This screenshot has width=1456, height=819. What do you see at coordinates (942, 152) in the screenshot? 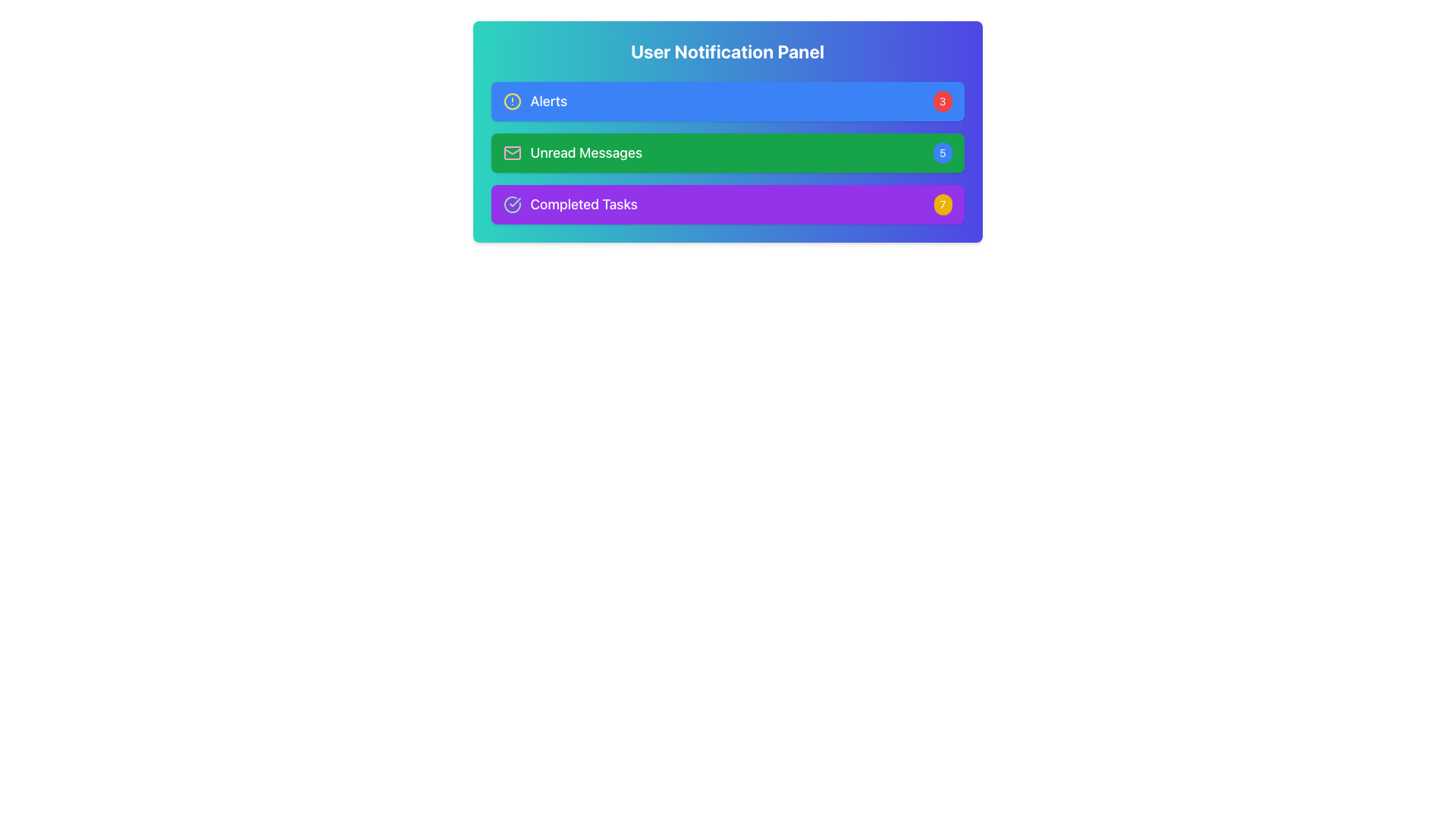
I see `count displayed on the numeric badge indicating unread messages, located to the far right of the 'Unread Messages' notification card in the second row of the notification list` at bounding box center [942, 152].